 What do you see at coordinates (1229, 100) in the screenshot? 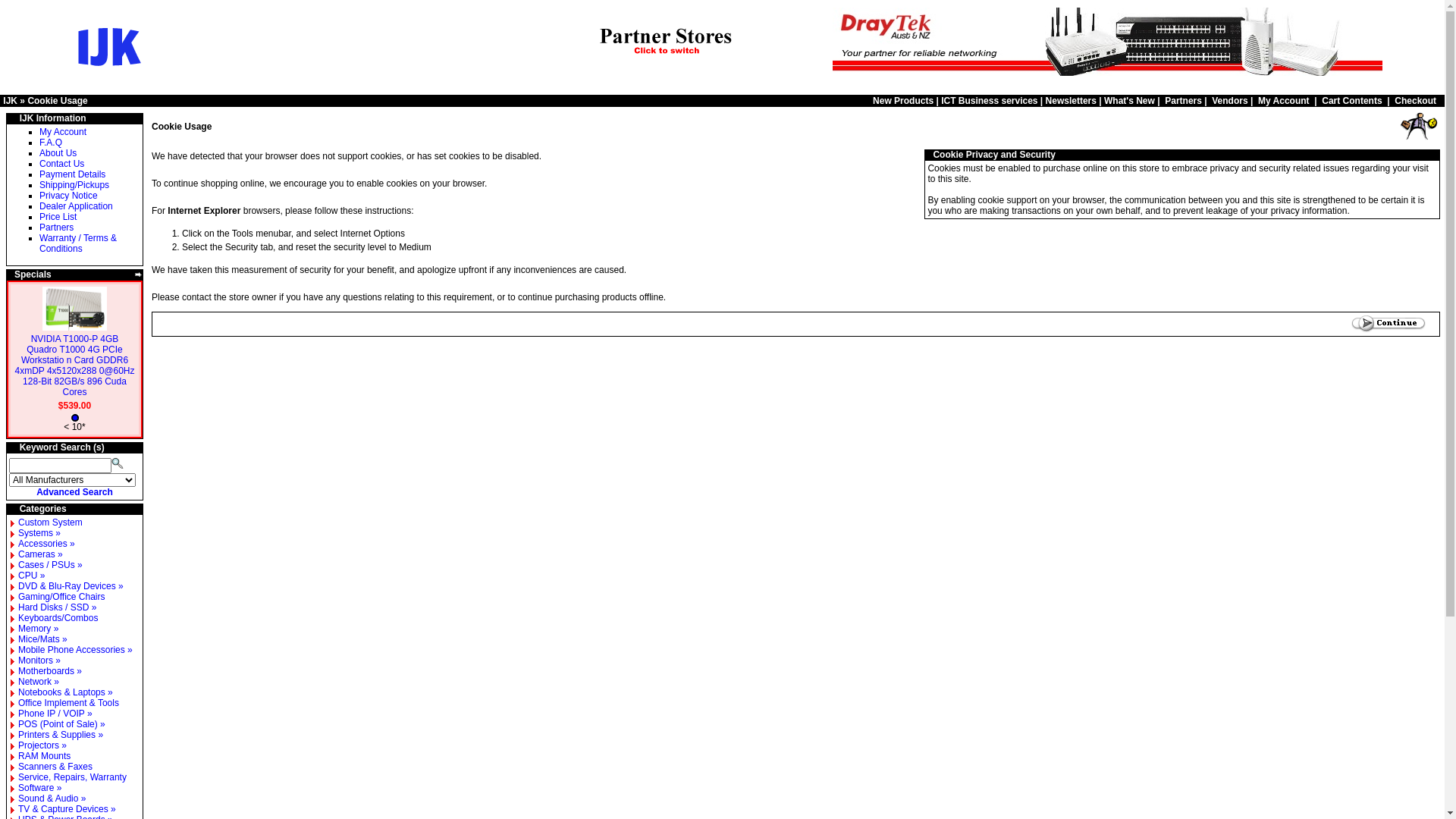
I see `'Vendors'` at bounding box center [1229, 100].